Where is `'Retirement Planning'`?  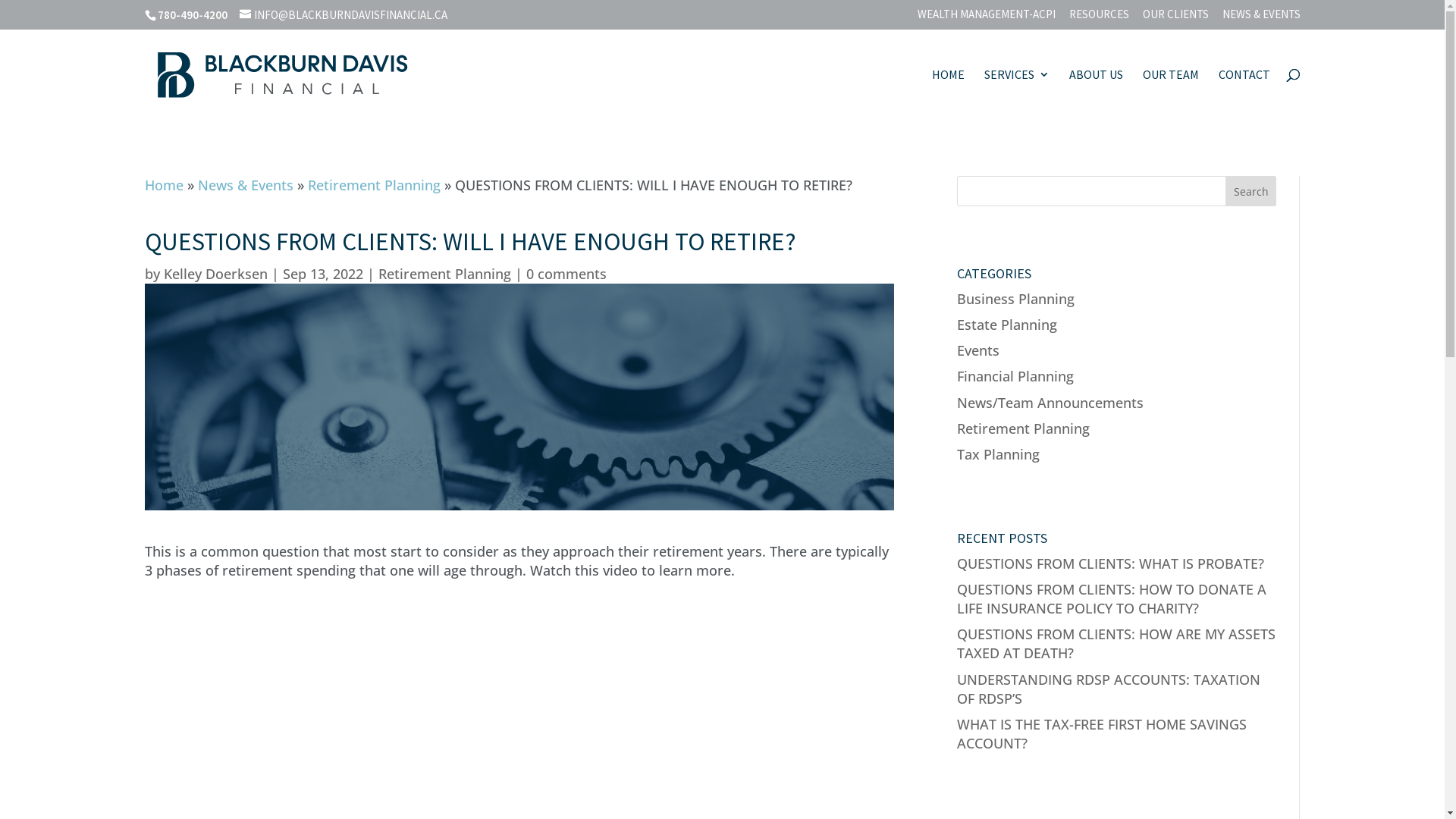
'Retirement Planning' is located at coordinates (443, 274).